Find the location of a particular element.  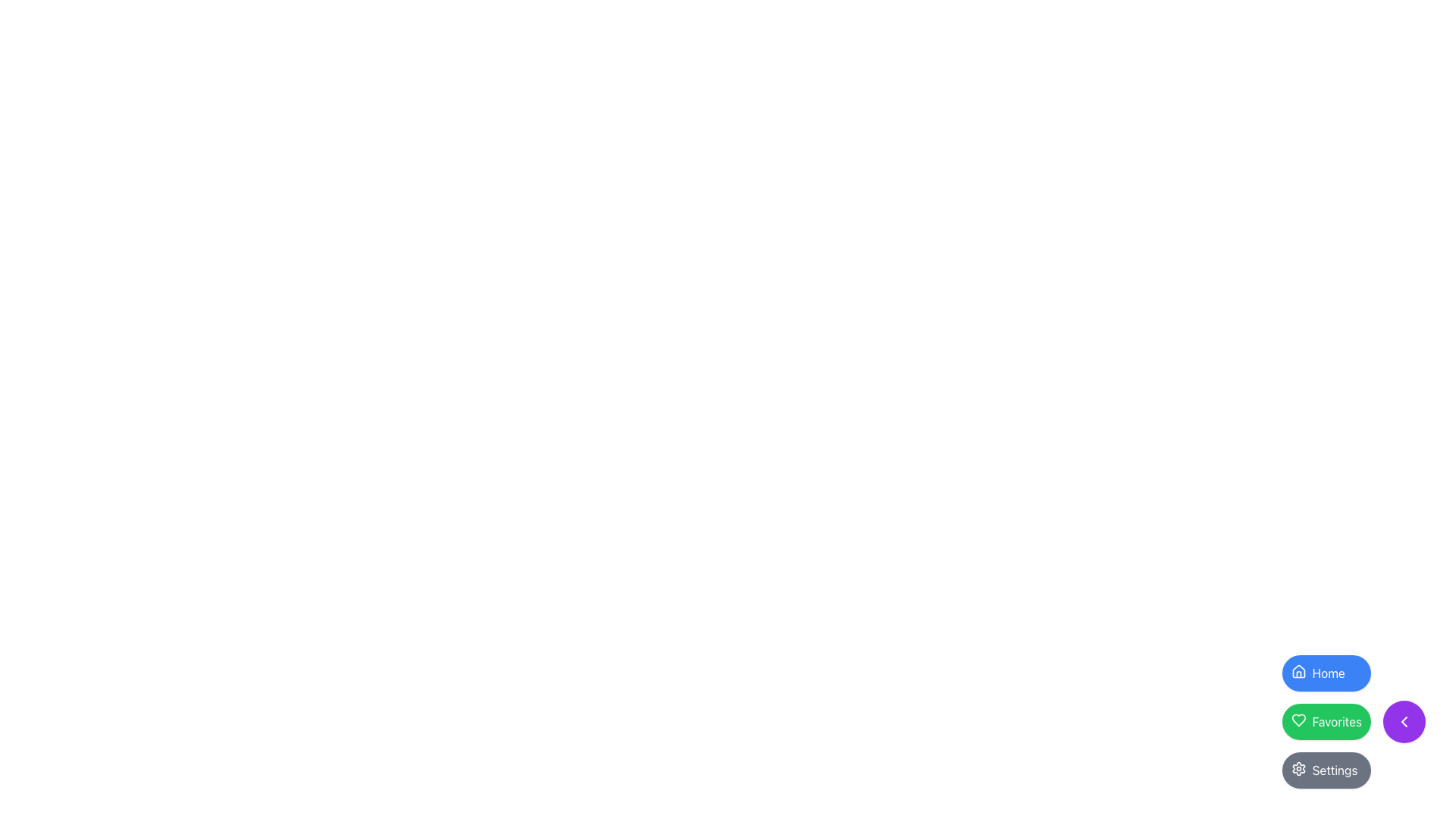

the 'Favorites' button which contains the heart-shaped icon outlined in green, located in the middle-left corner of the button is located at coordinates (1298, 719).